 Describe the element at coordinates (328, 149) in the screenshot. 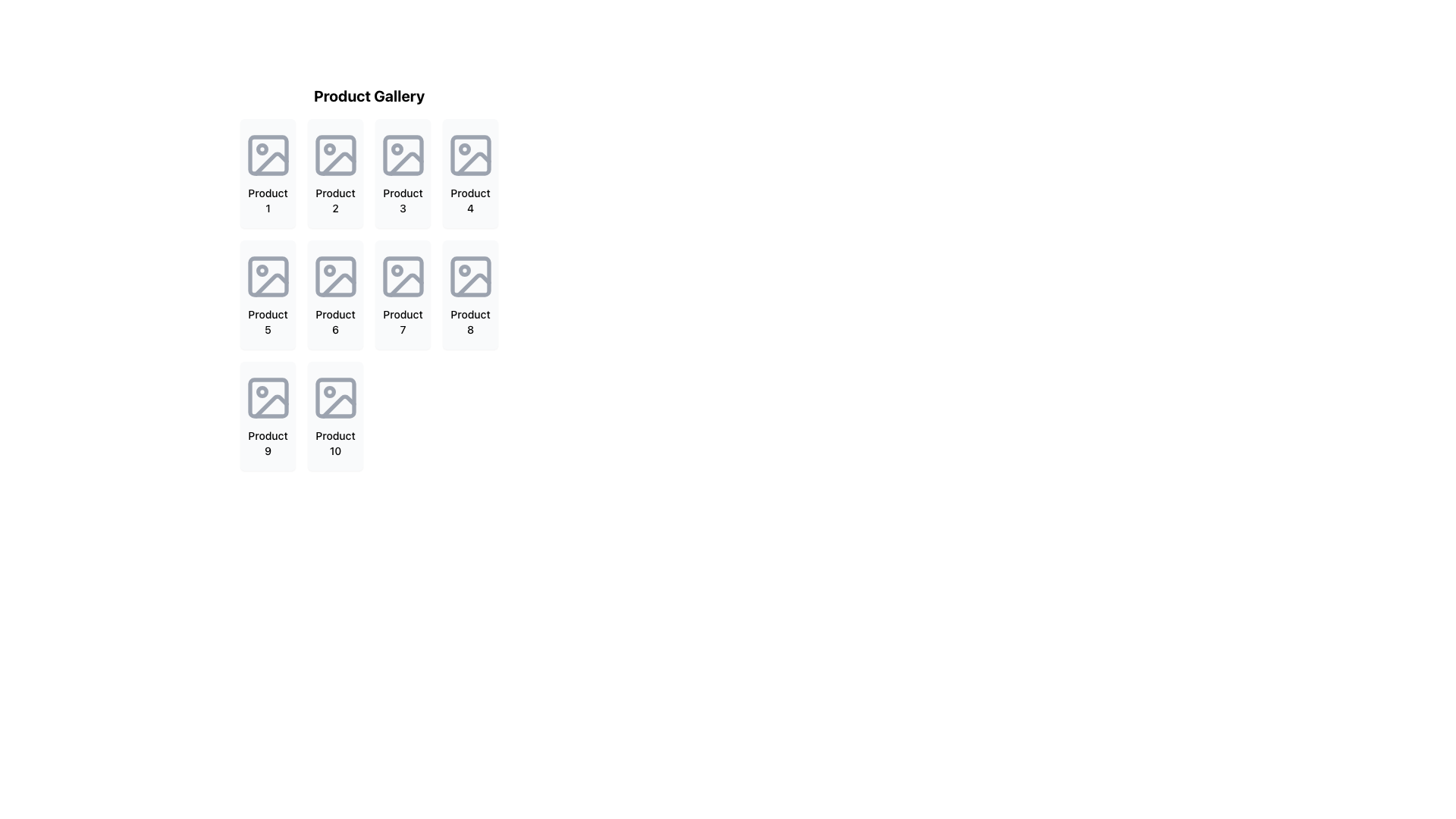

I see `the small circular icon located inside the second product's placeholder image in the product gallery grid layout` at that location.